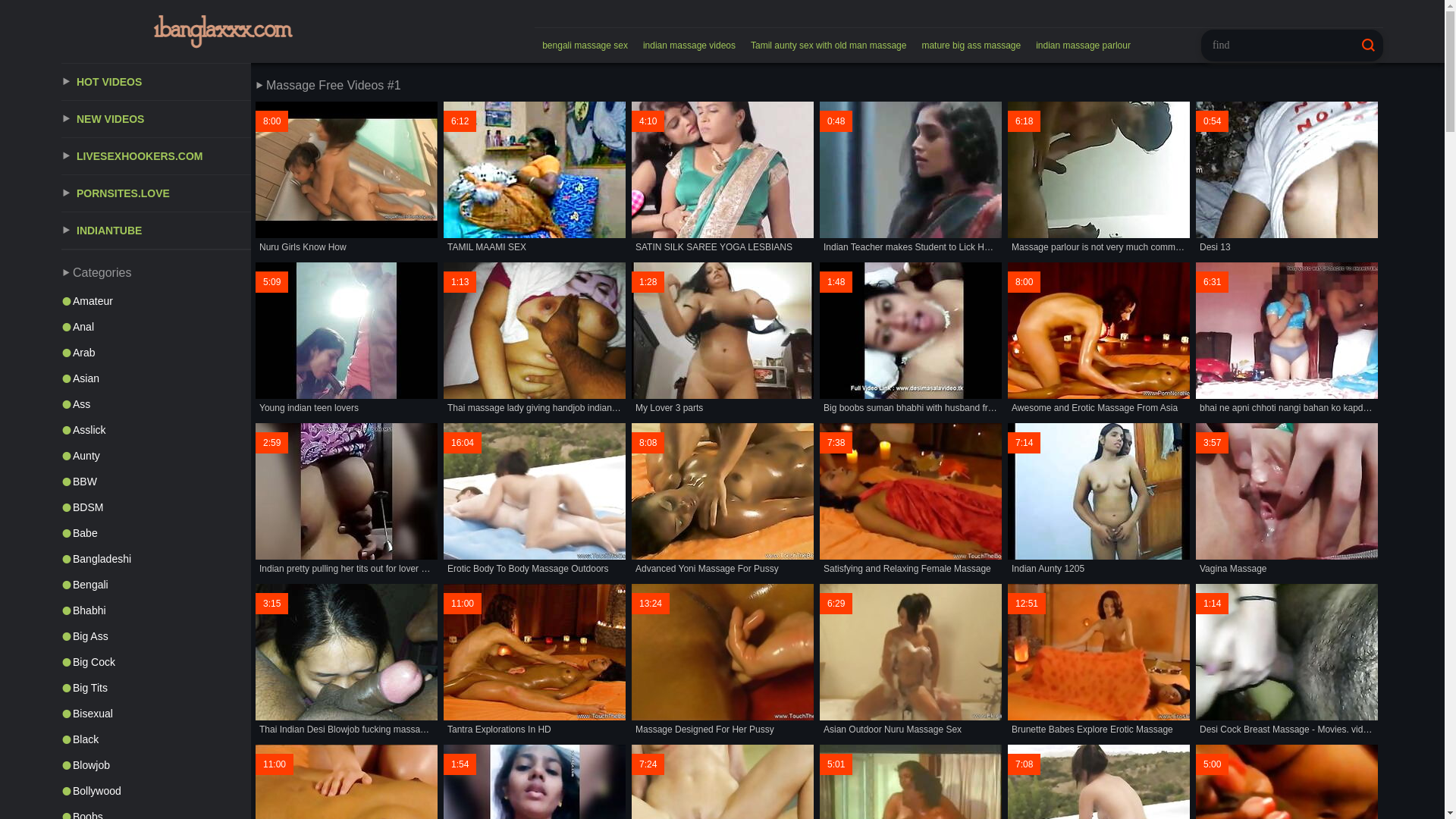 This screenshot has width=1456, height=819. What do you see at coordinates (635, 45) in the screenshot?
I see `'indian massage videos'` at bounding box center [635, 45].